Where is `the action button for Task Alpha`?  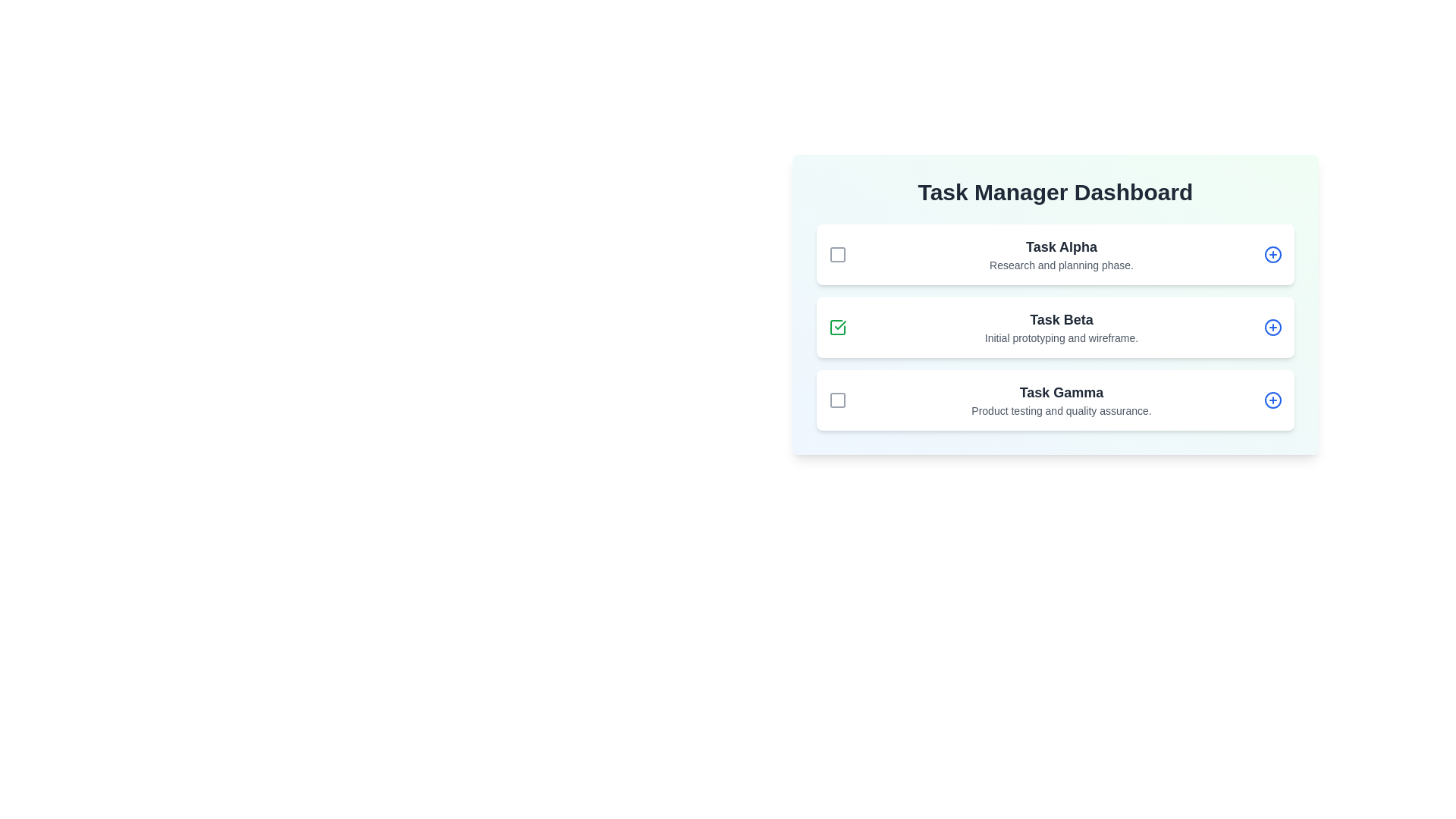
the action button for Task Alpha is located at coordinates (1273, 253).